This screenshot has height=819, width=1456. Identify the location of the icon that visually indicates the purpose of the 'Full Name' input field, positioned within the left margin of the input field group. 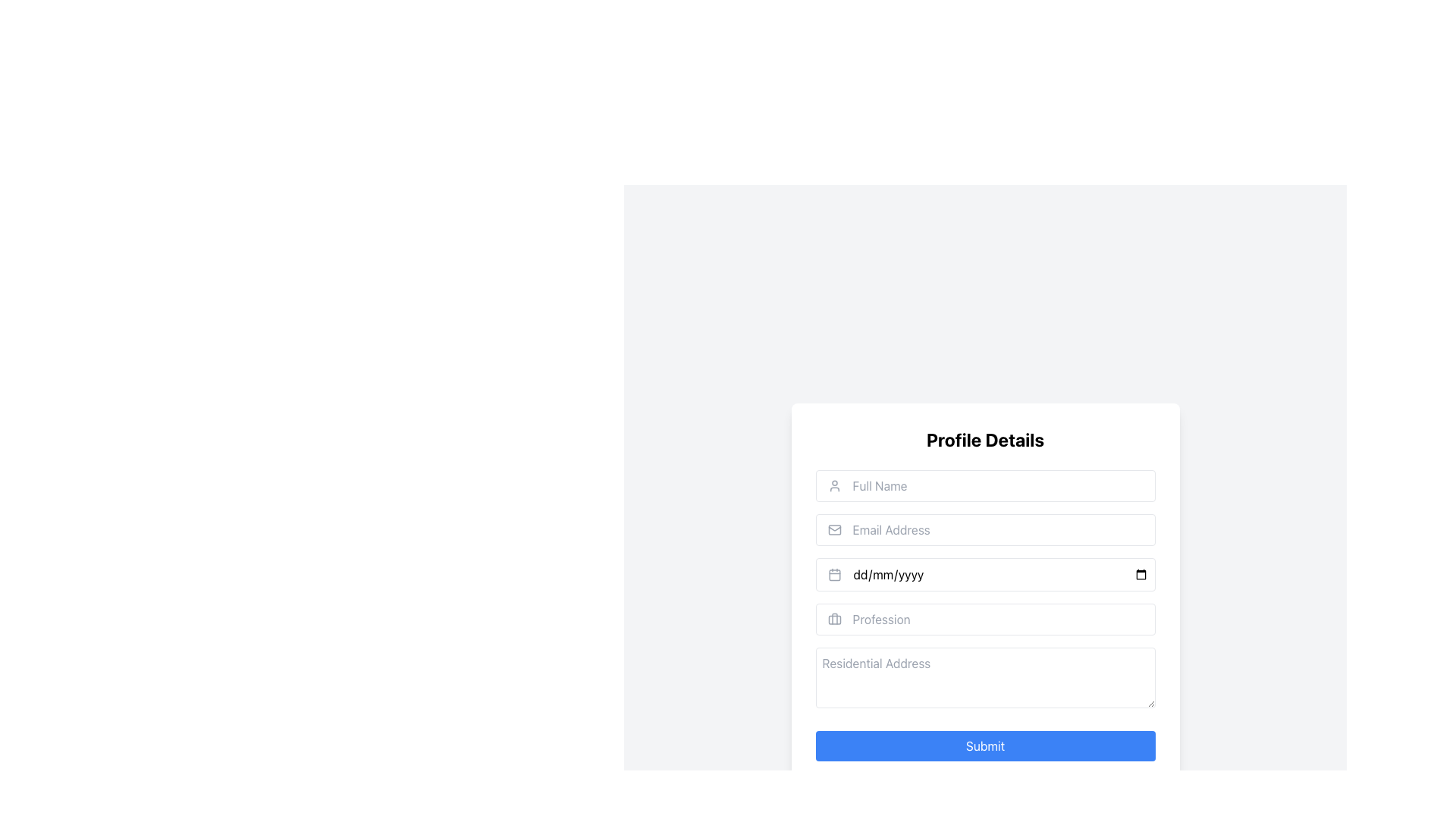
(833, 485).